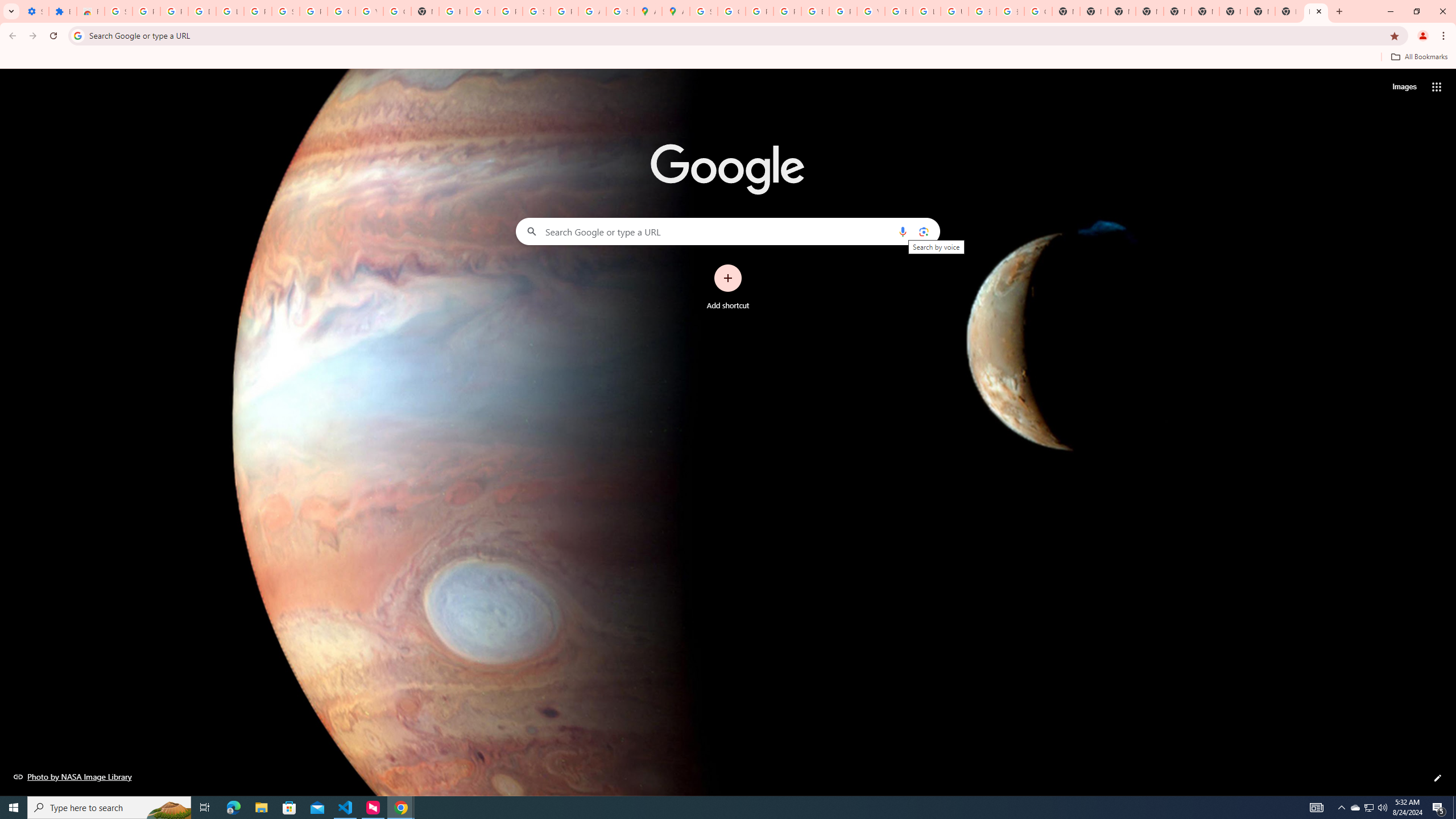  Describe the element at coordinates (760, 11) in the screenshot. I see `'Privacy Help Center - Policies Help'` at that location.